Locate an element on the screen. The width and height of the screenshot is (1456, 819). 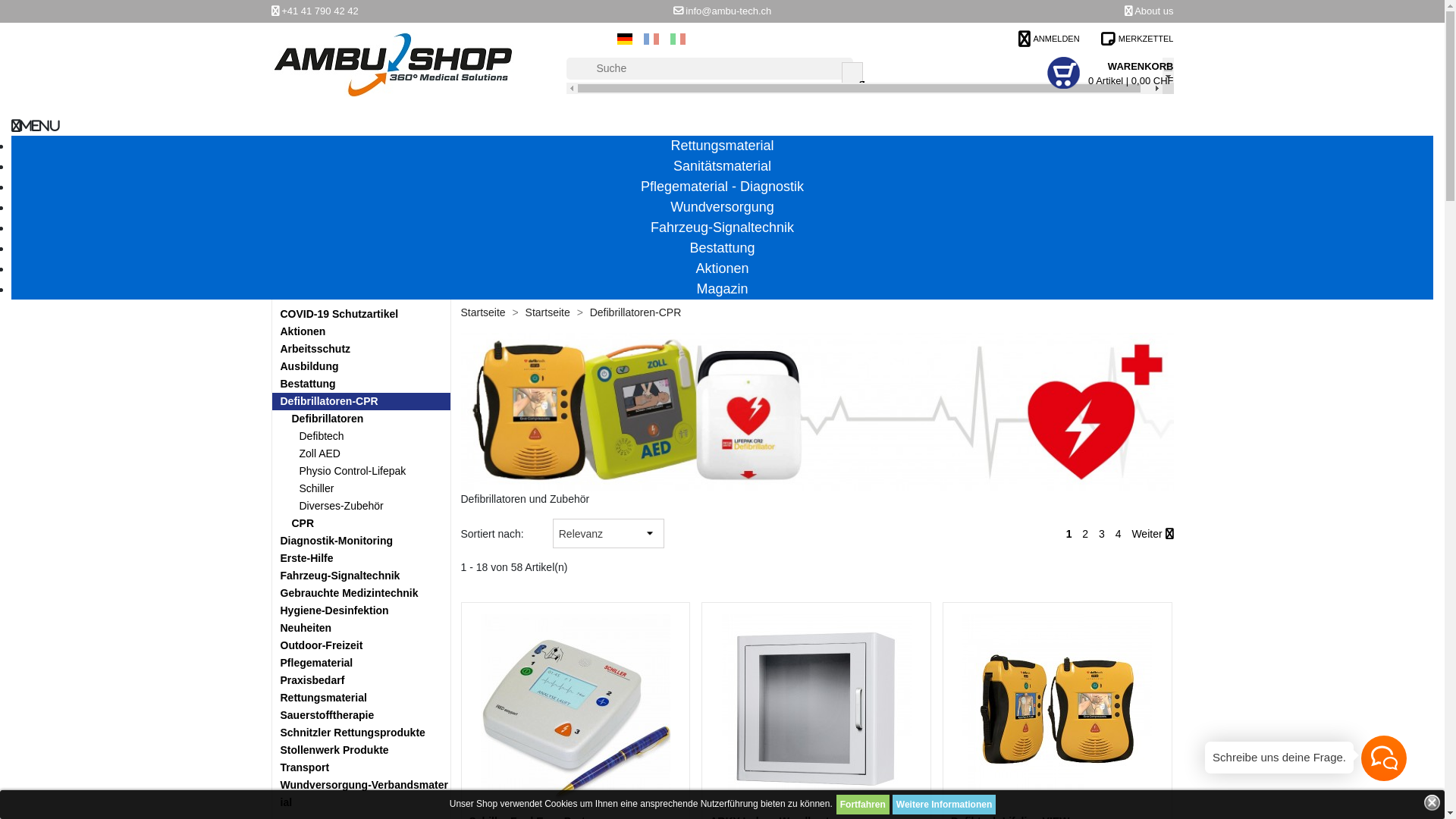
'+41 41 790 42 42' is located at coordinates (319, 11).